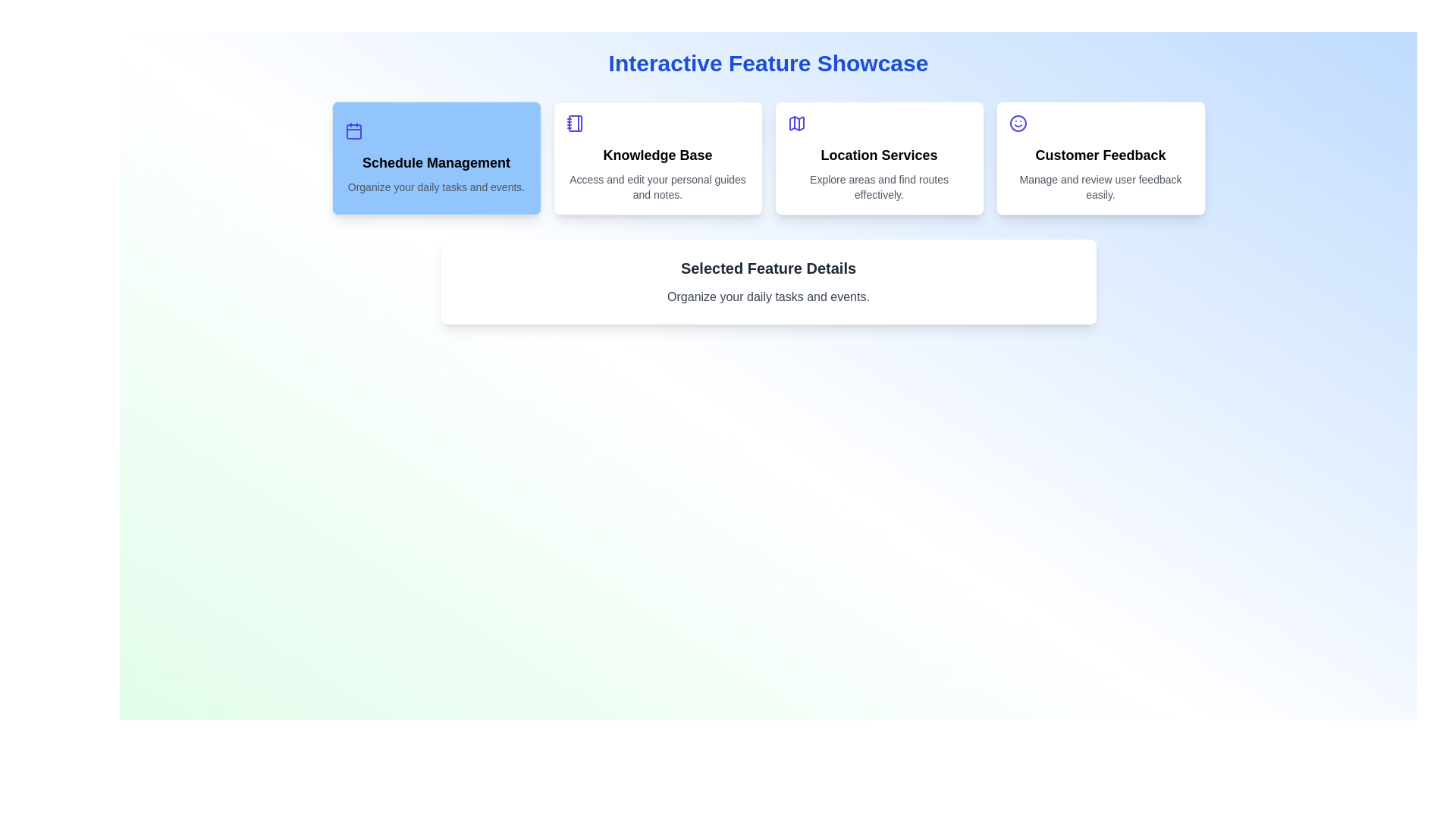  Describe the element at coordinates (879, 155) in the screenshot. I see `the 'Location Services' TextLabel, which is styled with a bold font and serves as a headline in the third feature card` at that location.